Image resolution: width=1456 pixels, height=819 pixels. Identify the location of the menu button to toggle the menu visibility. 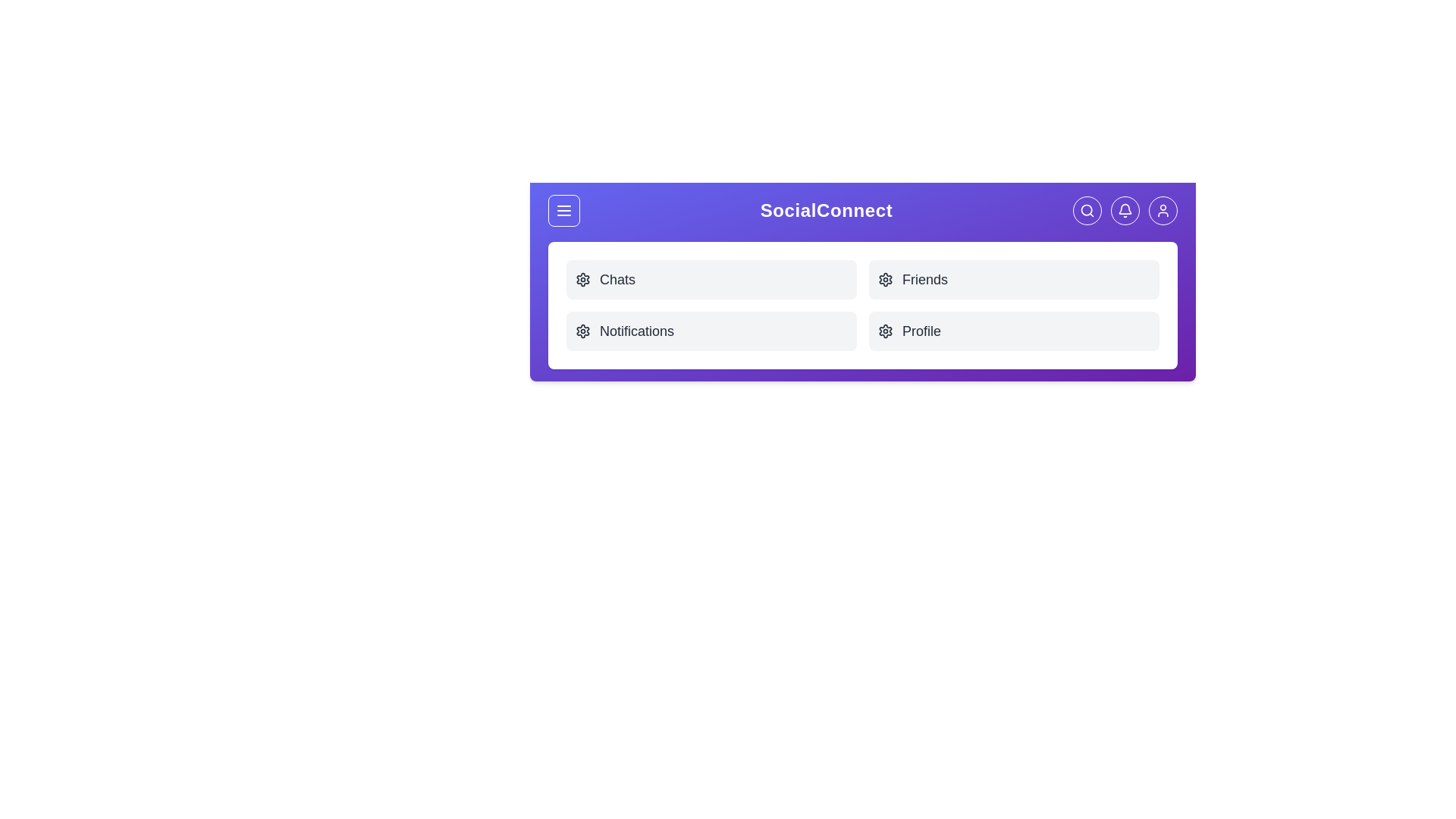
(563, 210).